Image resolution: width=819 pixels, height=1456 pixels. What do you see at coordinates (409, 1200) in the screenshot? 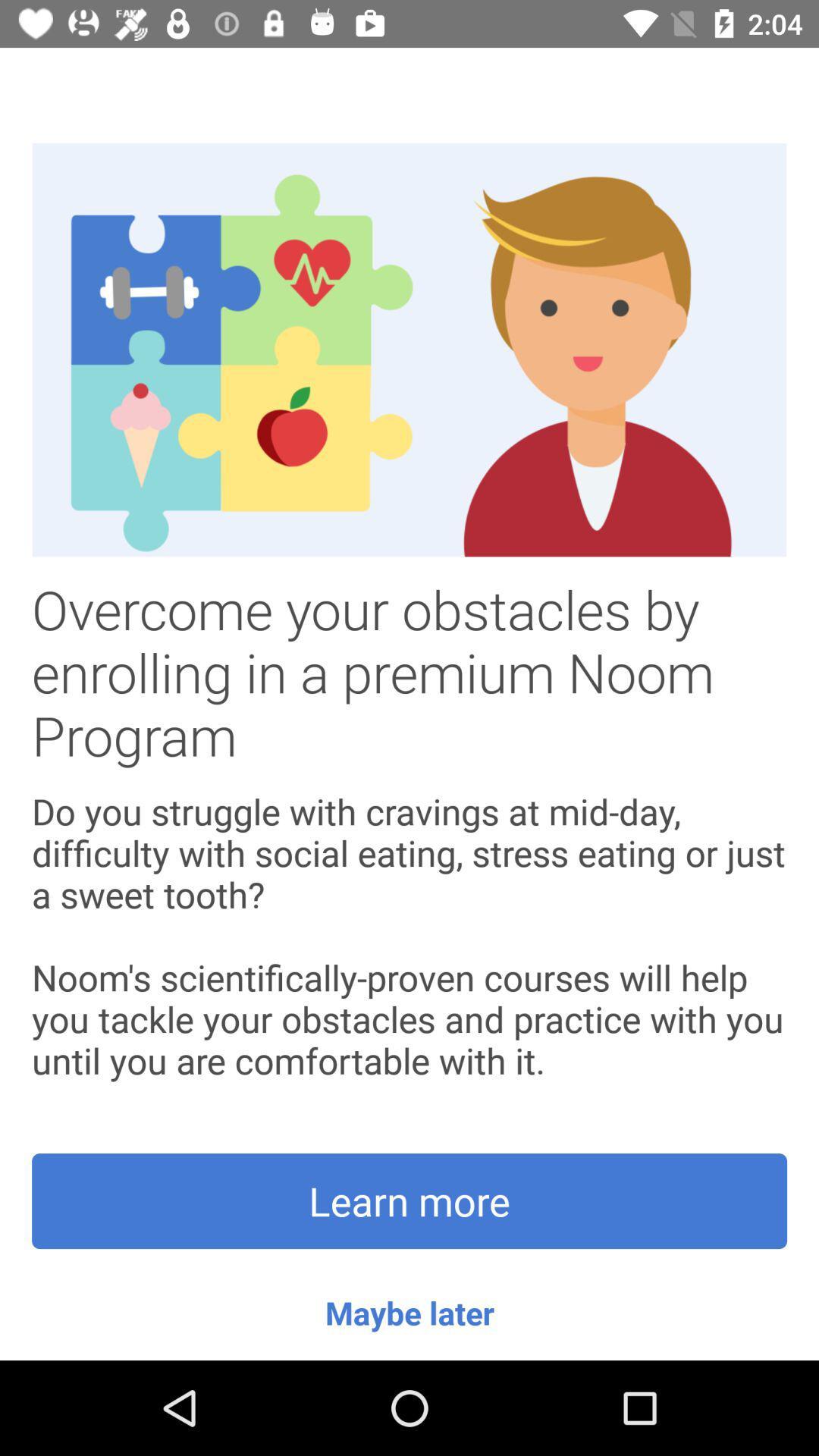
I see `learn more icon` at bounding box center [409, 1200].